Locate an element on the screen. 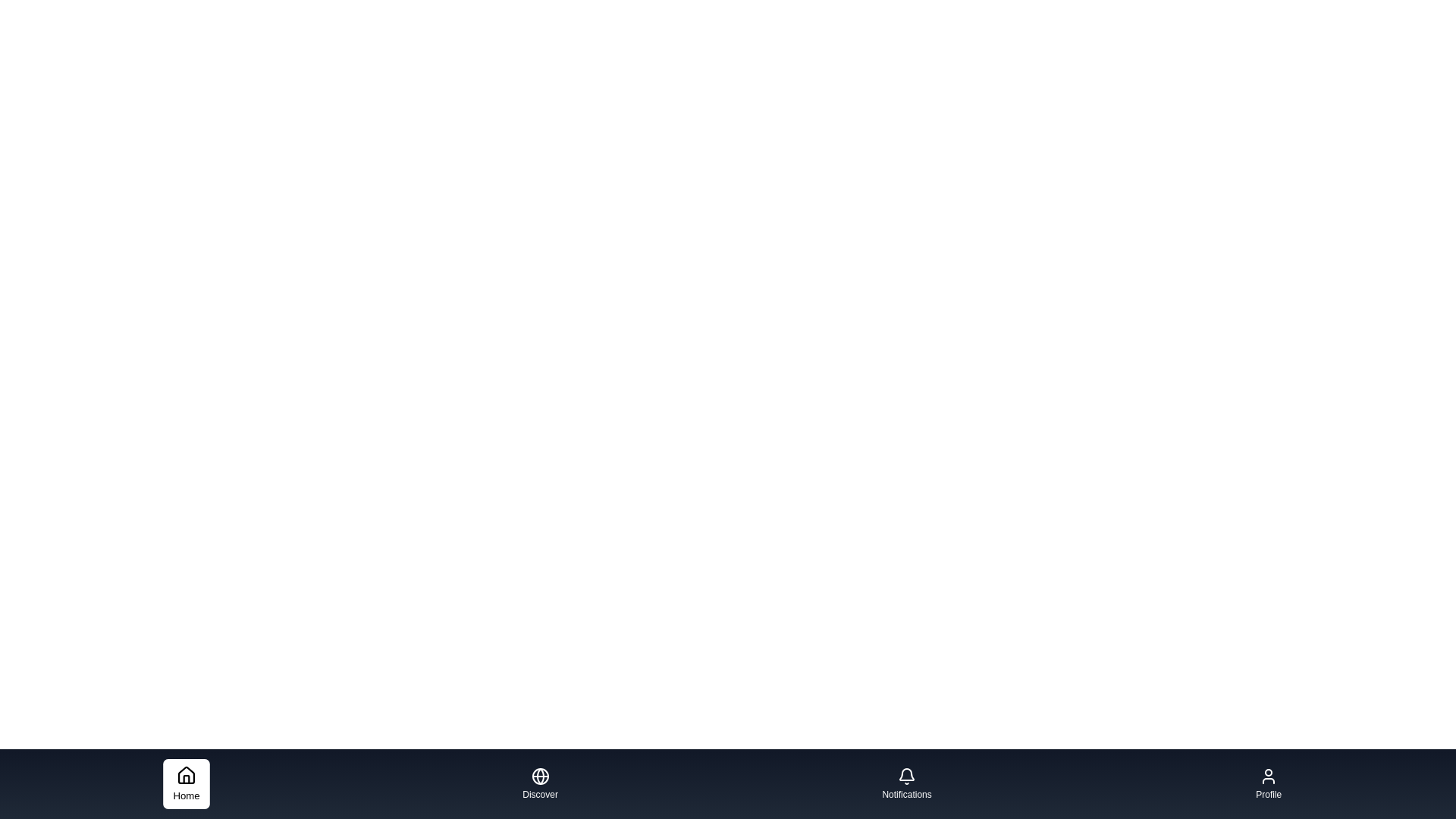  the tab background of Notifications is located at coordinates (906, 783).